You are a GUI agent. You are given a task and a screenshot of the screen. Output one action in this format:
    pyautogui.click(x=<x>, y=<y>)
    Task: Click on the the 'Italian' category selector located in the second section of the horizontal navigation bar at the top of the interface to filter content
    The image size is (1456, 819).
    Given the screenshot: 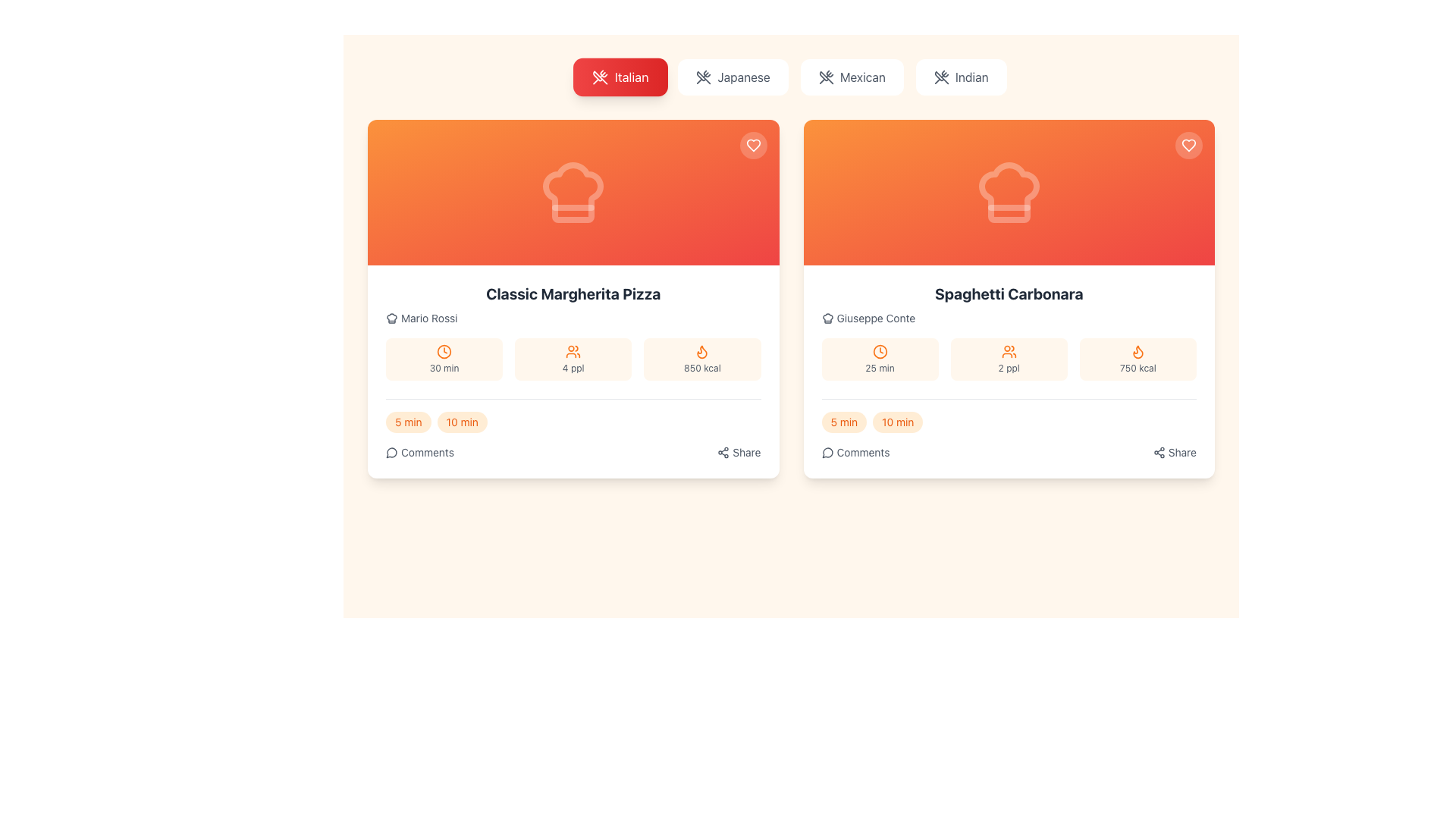 What is the action you would take?
    pyautogui.click(x=632, y=77)
    